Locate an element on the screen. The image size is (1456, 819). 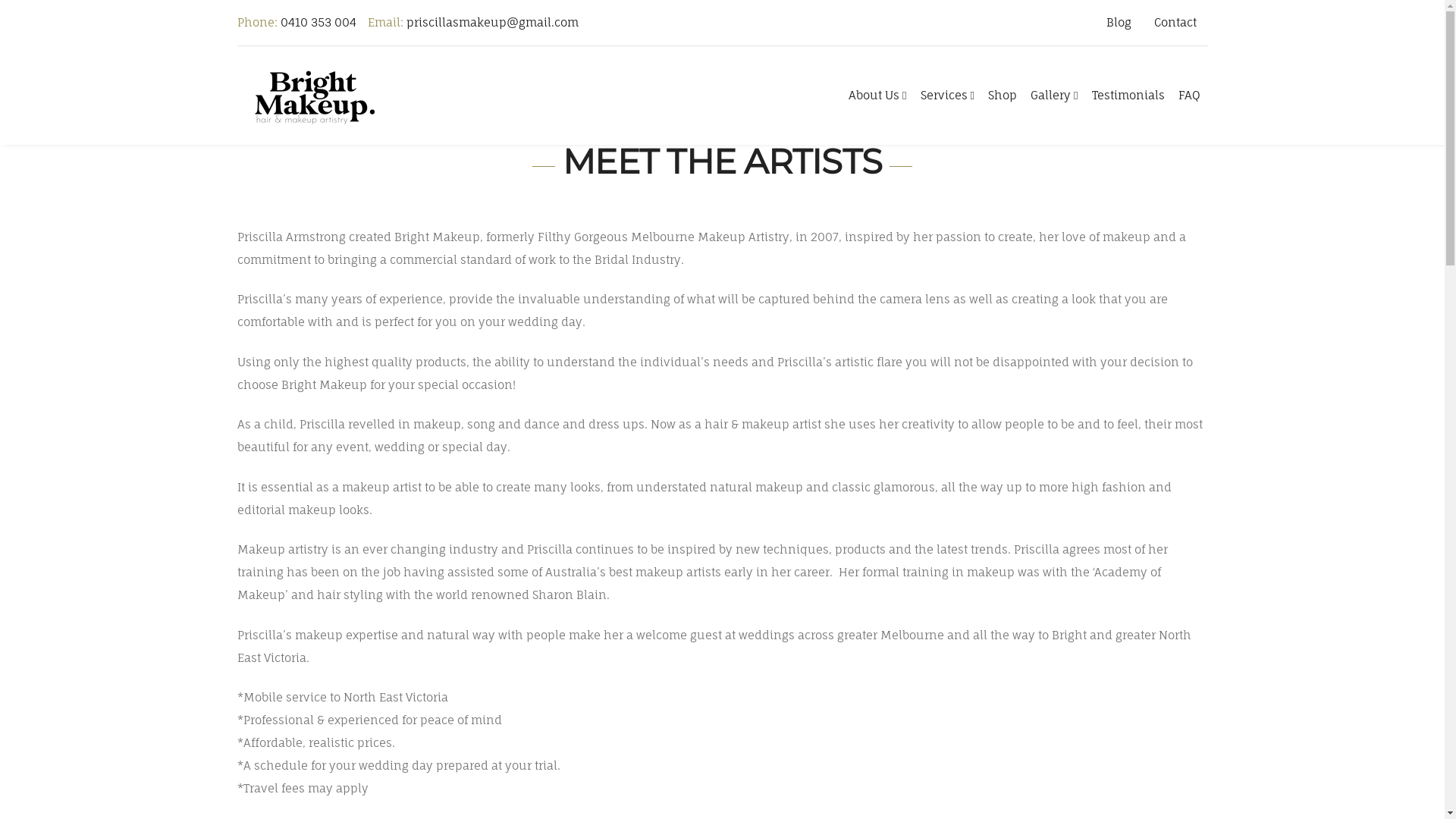
'priscillasmakeup@gmail.com' is located at coordinates (492, 22).